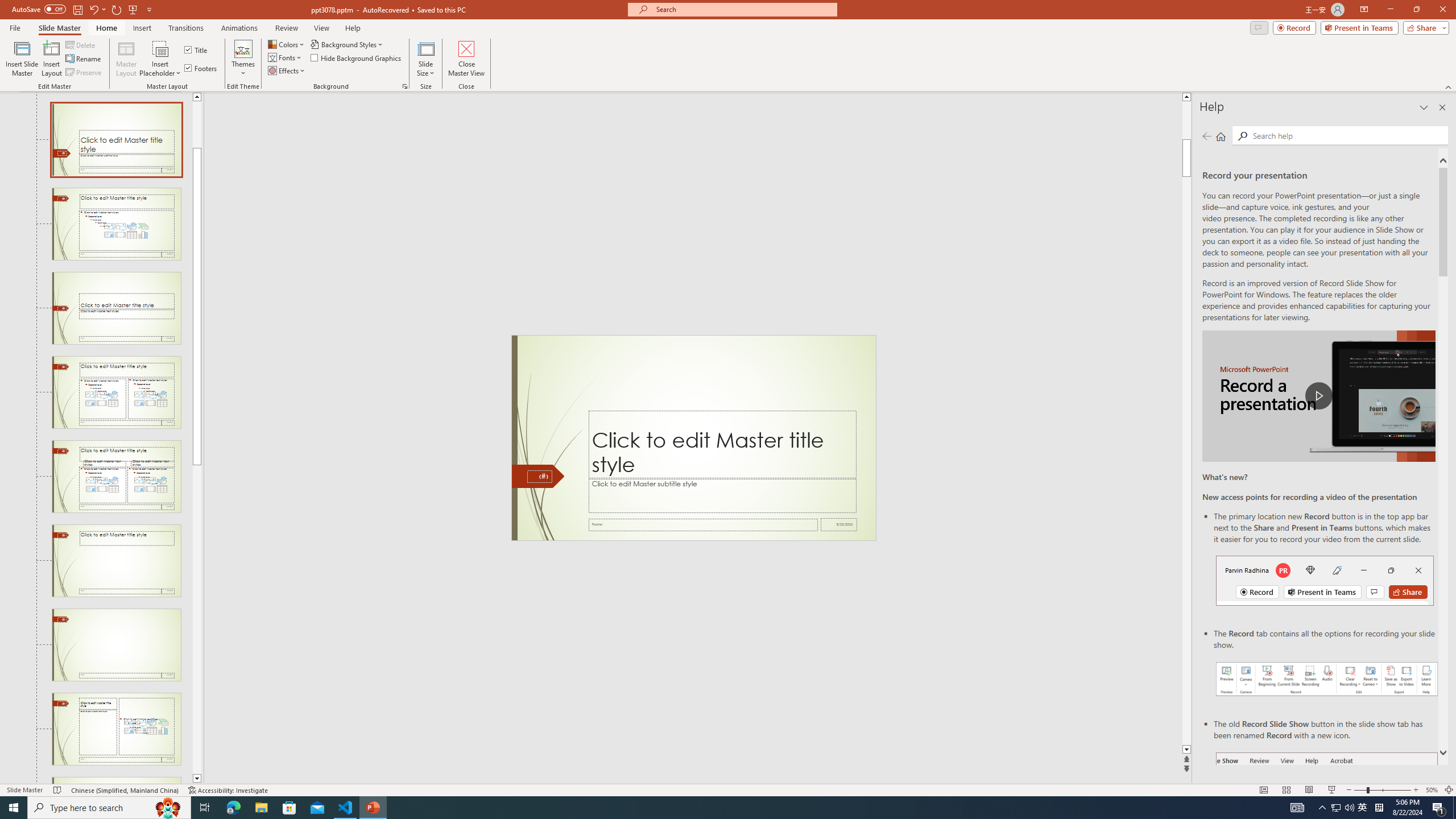 This screenshot has height=819, width=1456. Describe the element at coordinates (81, 44) in the screenshot. I see `'Delete'` at that location.